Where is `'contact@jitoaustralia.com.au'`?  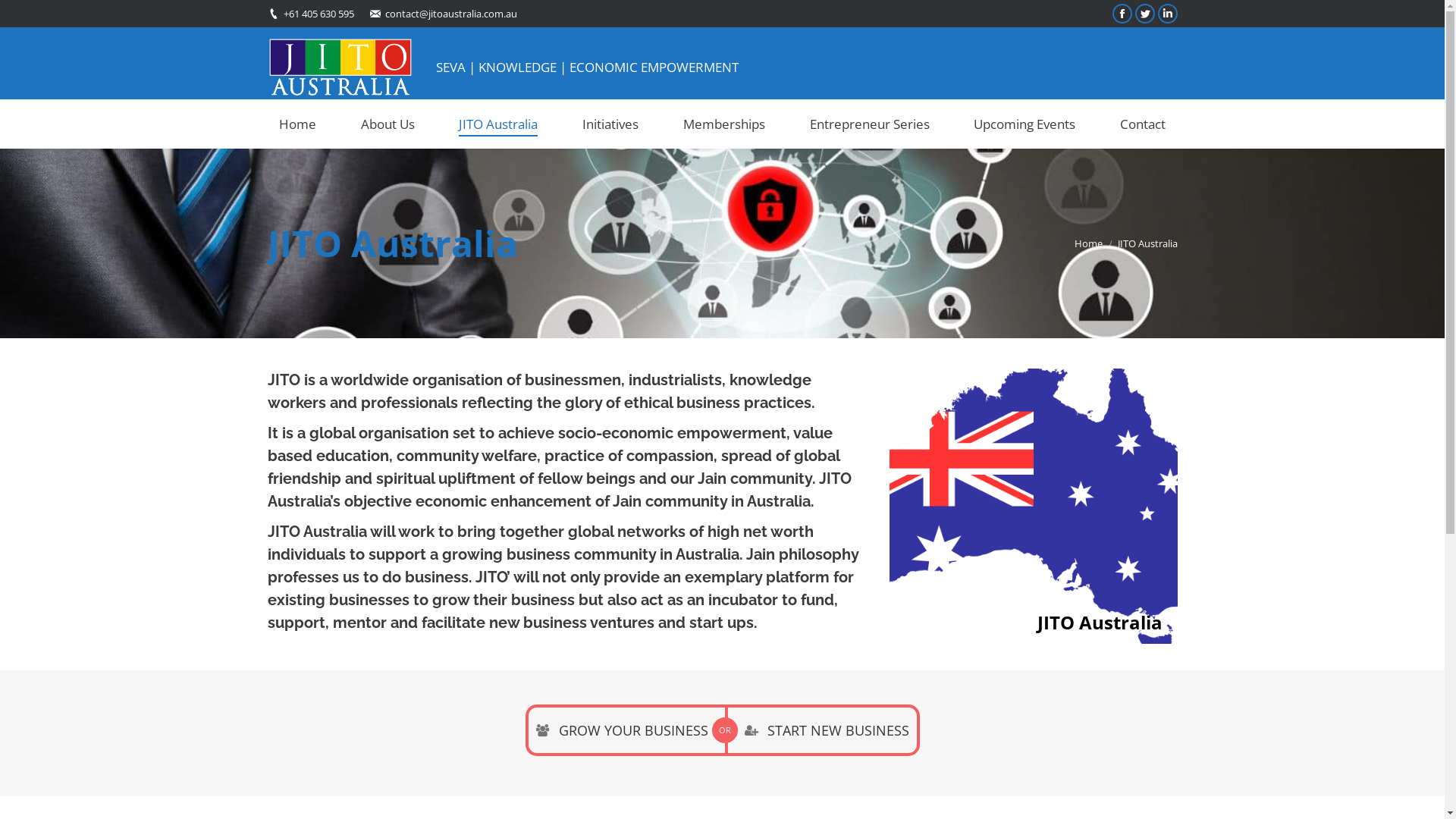
'contact@jitoaustralia.com.au' is located at coordinates (450, 13).